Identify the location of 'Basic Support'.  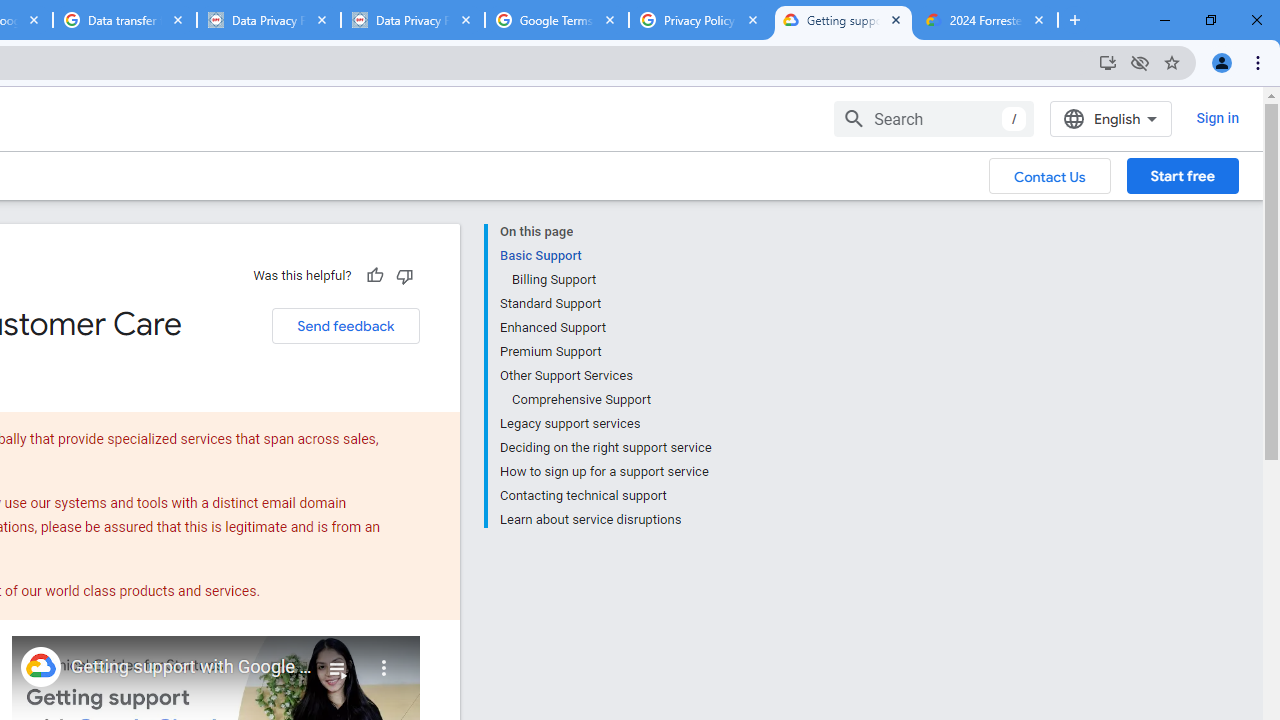
(604, 254).